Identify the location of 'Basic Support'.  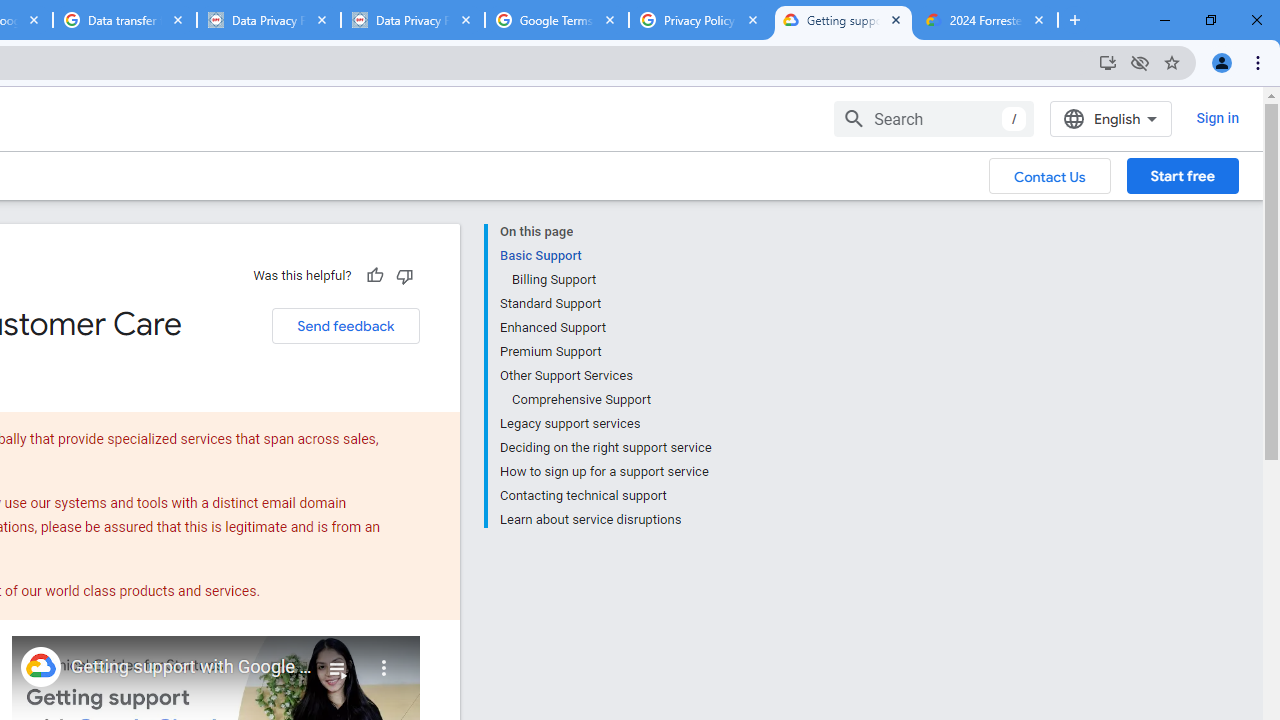
(604, 254).